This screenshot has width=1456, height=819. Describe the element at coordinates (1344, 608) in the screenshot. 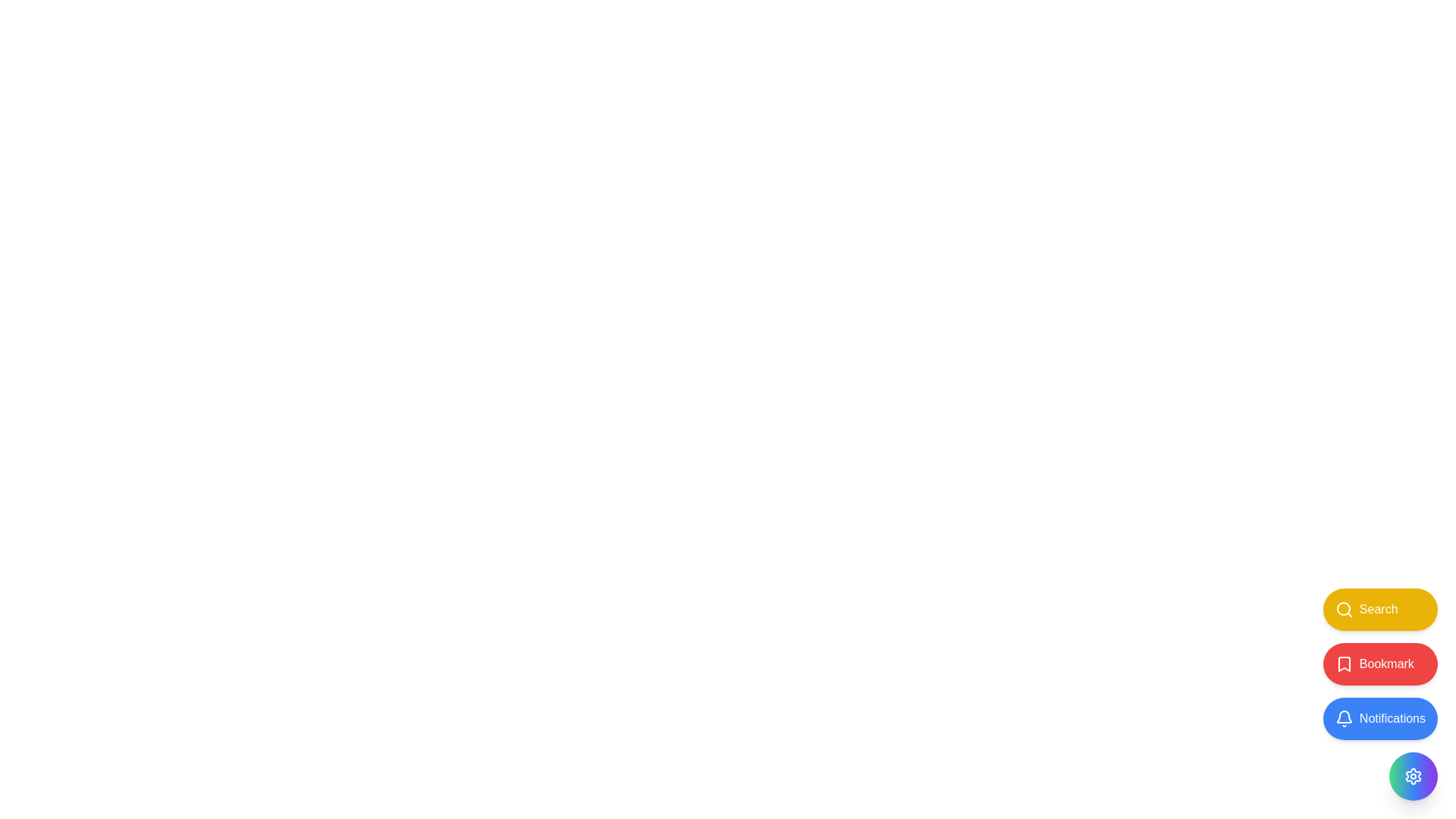

I see `the magnifying glass icon within the yellow circular 'Search' button` at that location.